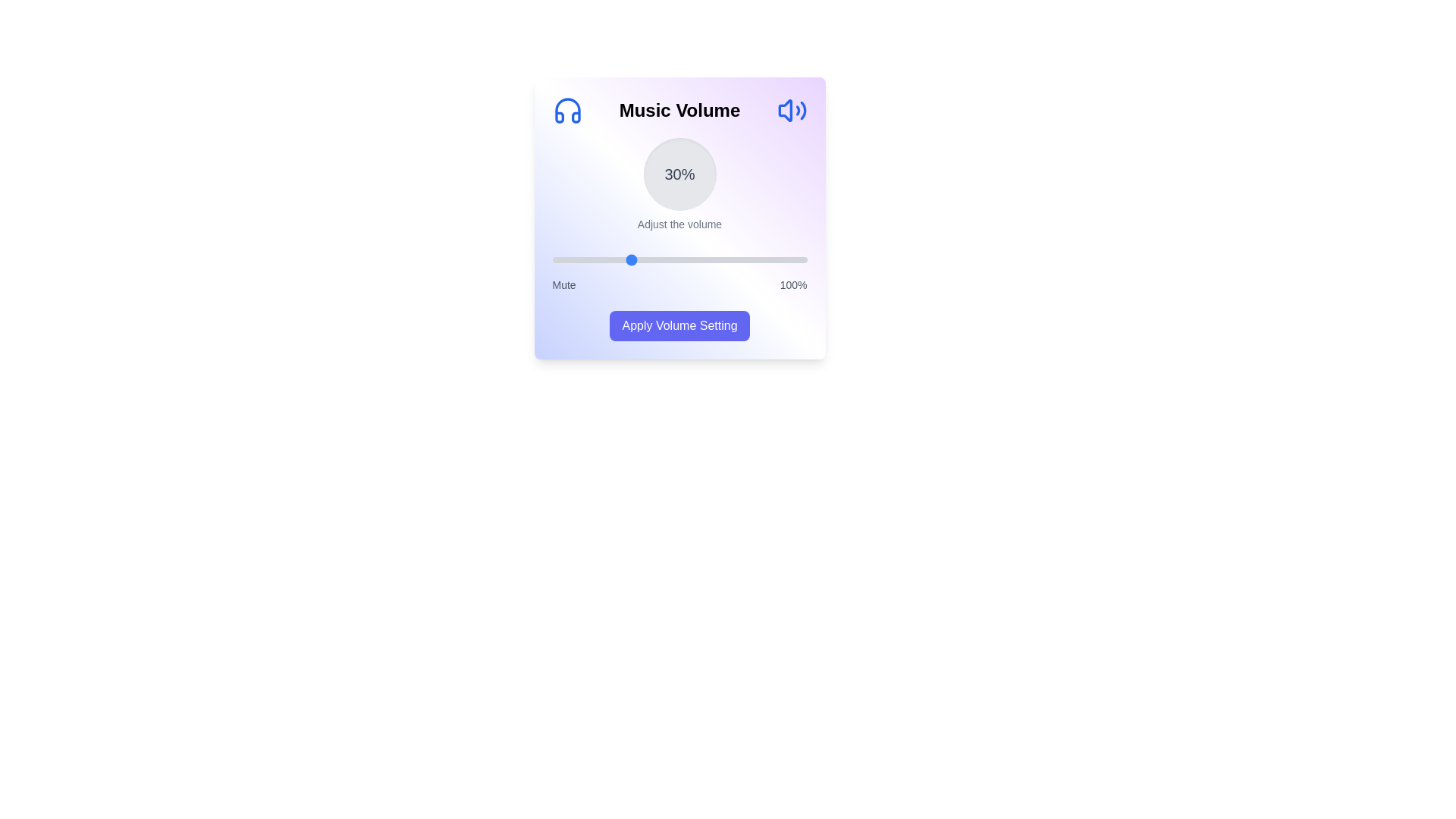 Image resolution: width=1456 pixels, height=819 pixels. What do you see at coordinates (753, 259) in the screenshot?
I see `the volume slider to 79%` at bounding box center [753, 259].